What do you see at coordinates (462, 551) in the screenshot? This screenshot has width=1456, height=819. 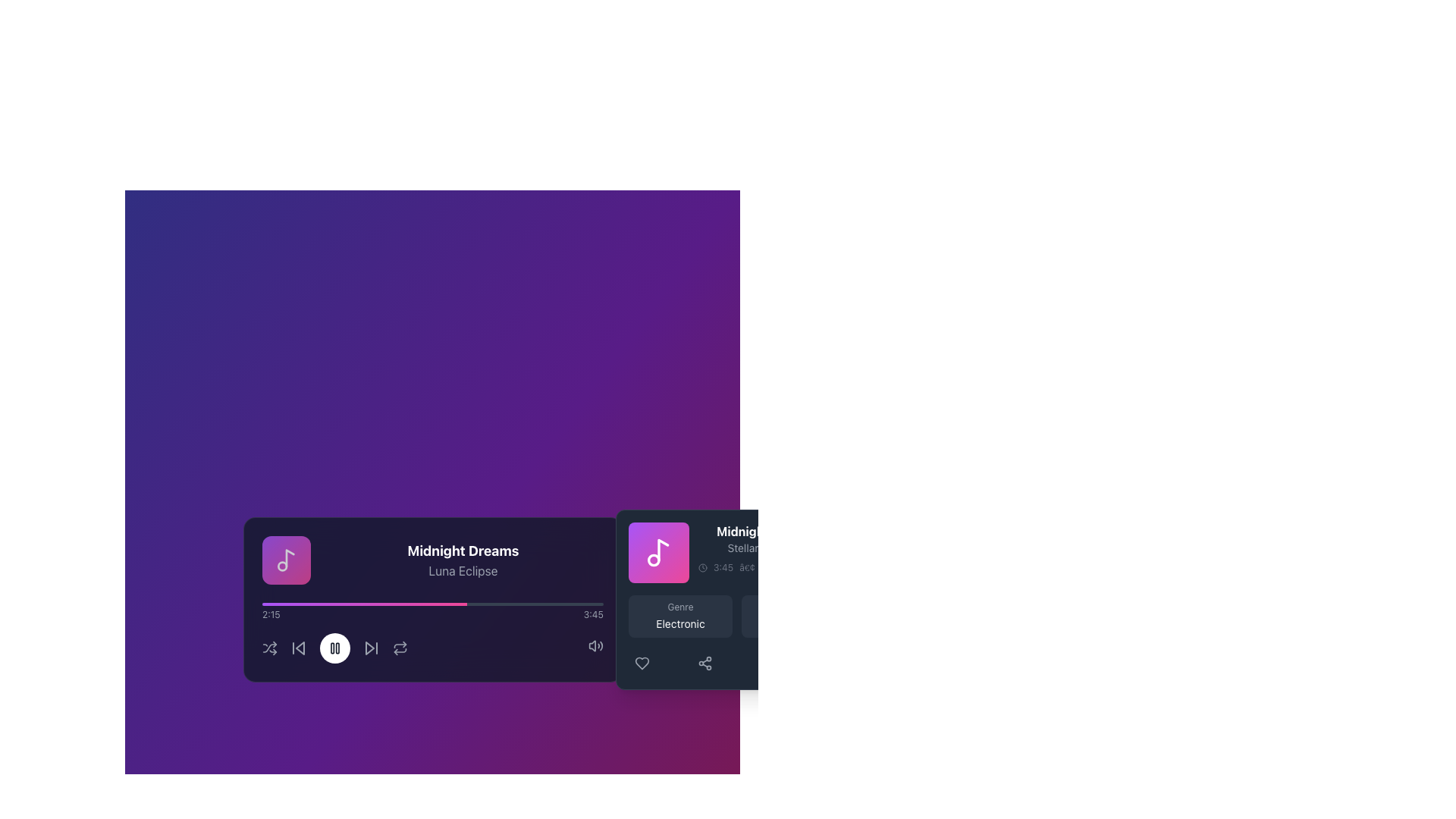 I see `the Text label displaying the title of the currently playing media, which is positioned above the text 'Luna Eclipse' in the media control interface` at bounding box center [462, 551].